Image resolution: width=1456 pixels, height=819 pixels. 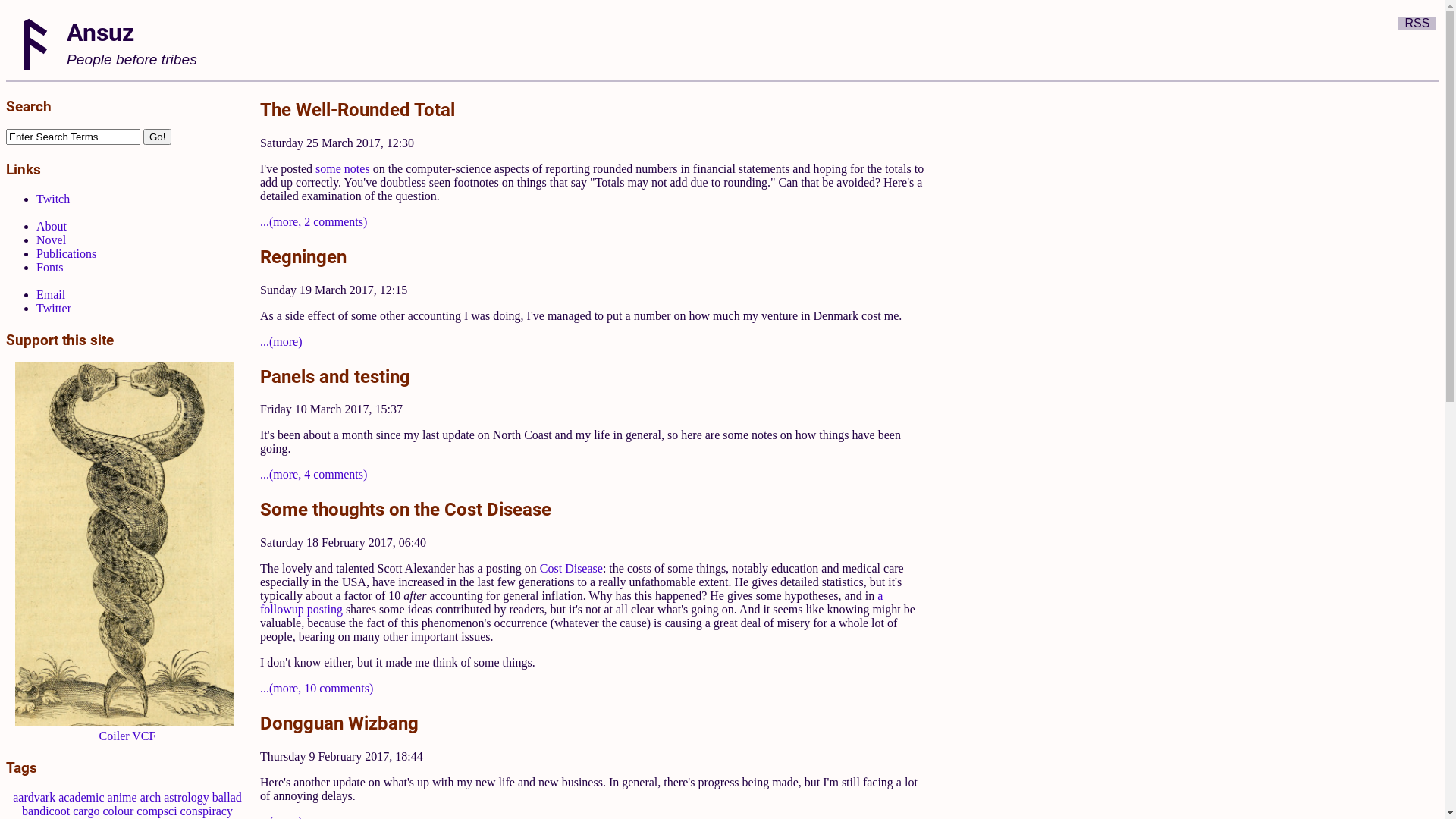 I want to click on 'Ansuz', so click(x=99, y=31).